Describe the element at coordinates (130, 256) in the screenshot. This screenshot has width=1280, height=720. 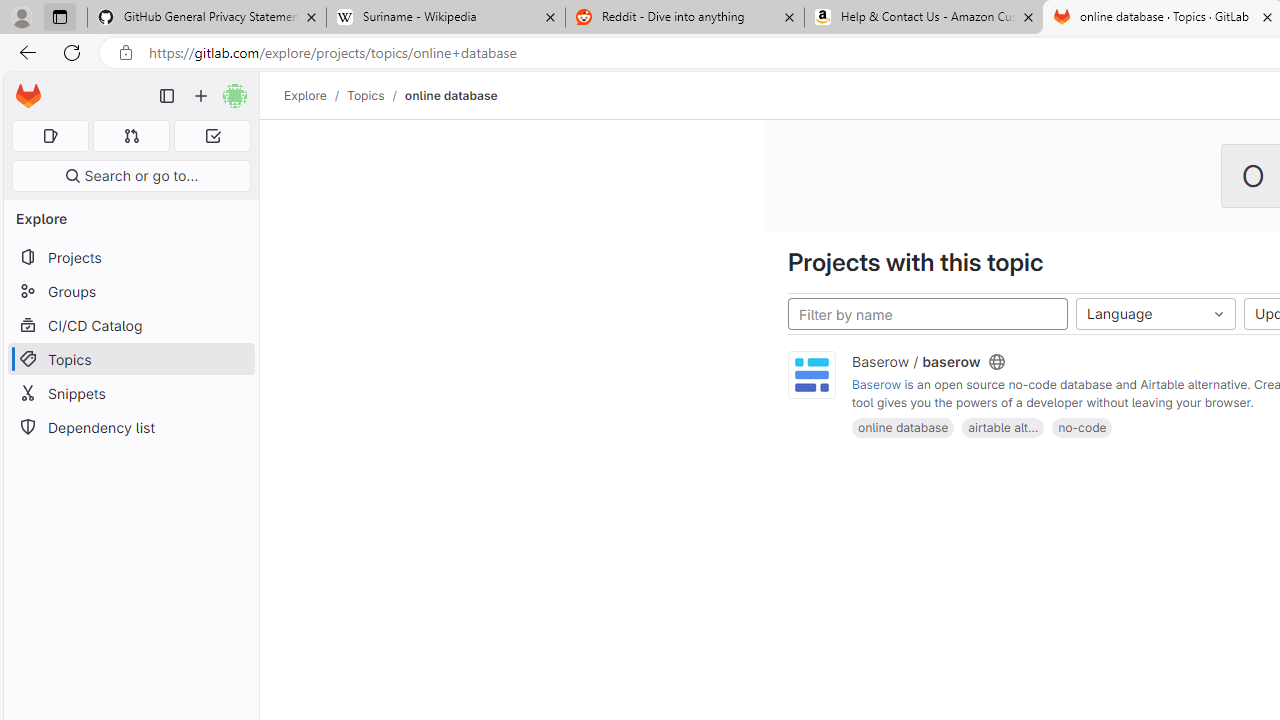
I see `'Projects'` at that location.